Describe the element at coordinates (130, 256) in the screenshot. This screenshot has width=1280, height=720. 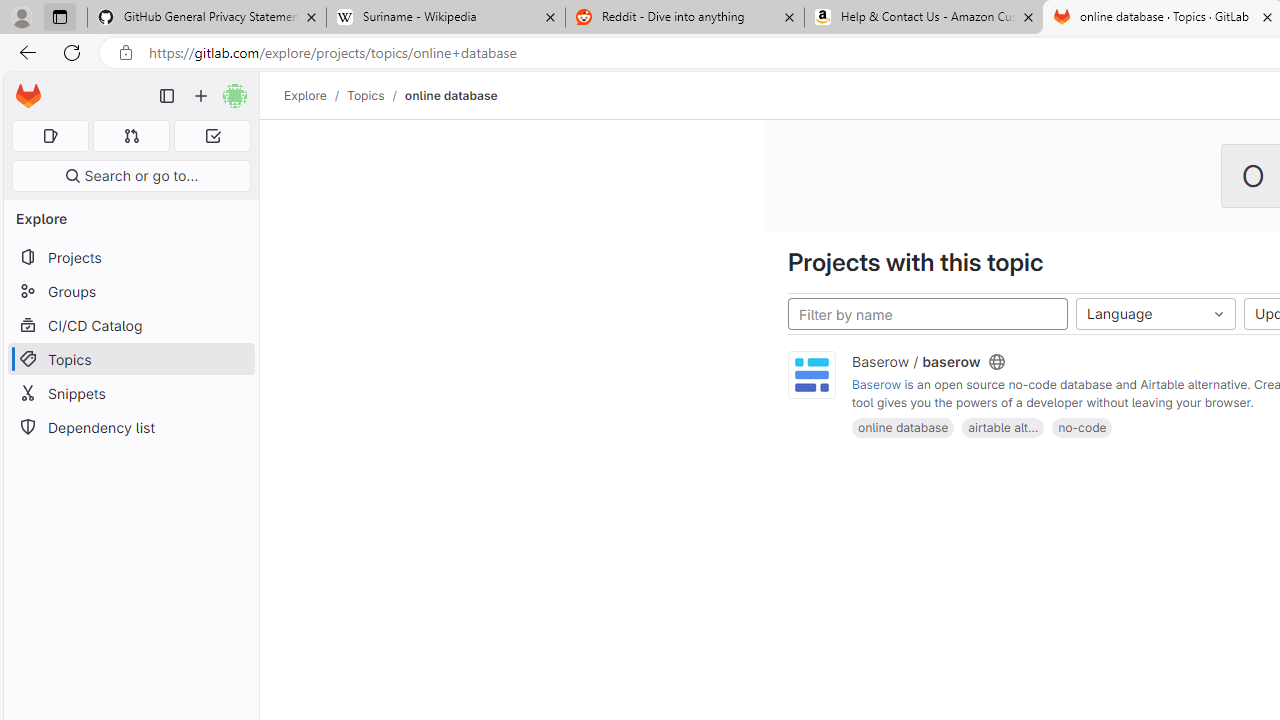
I see `'Projects'` at that location.